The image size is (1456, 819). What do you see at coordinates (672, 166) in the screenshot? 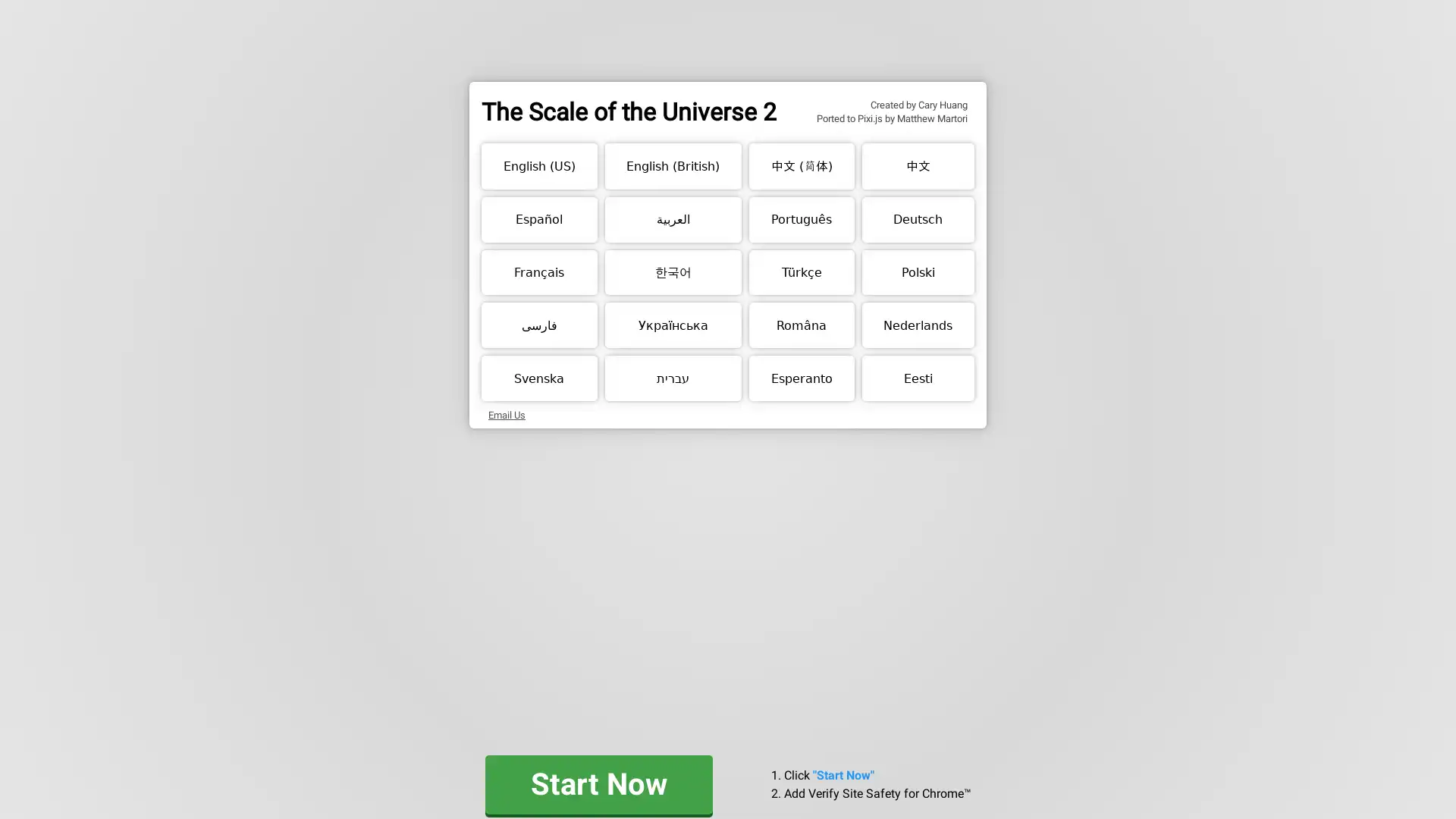
I see `English (British)` at bounding box center [672, 166].